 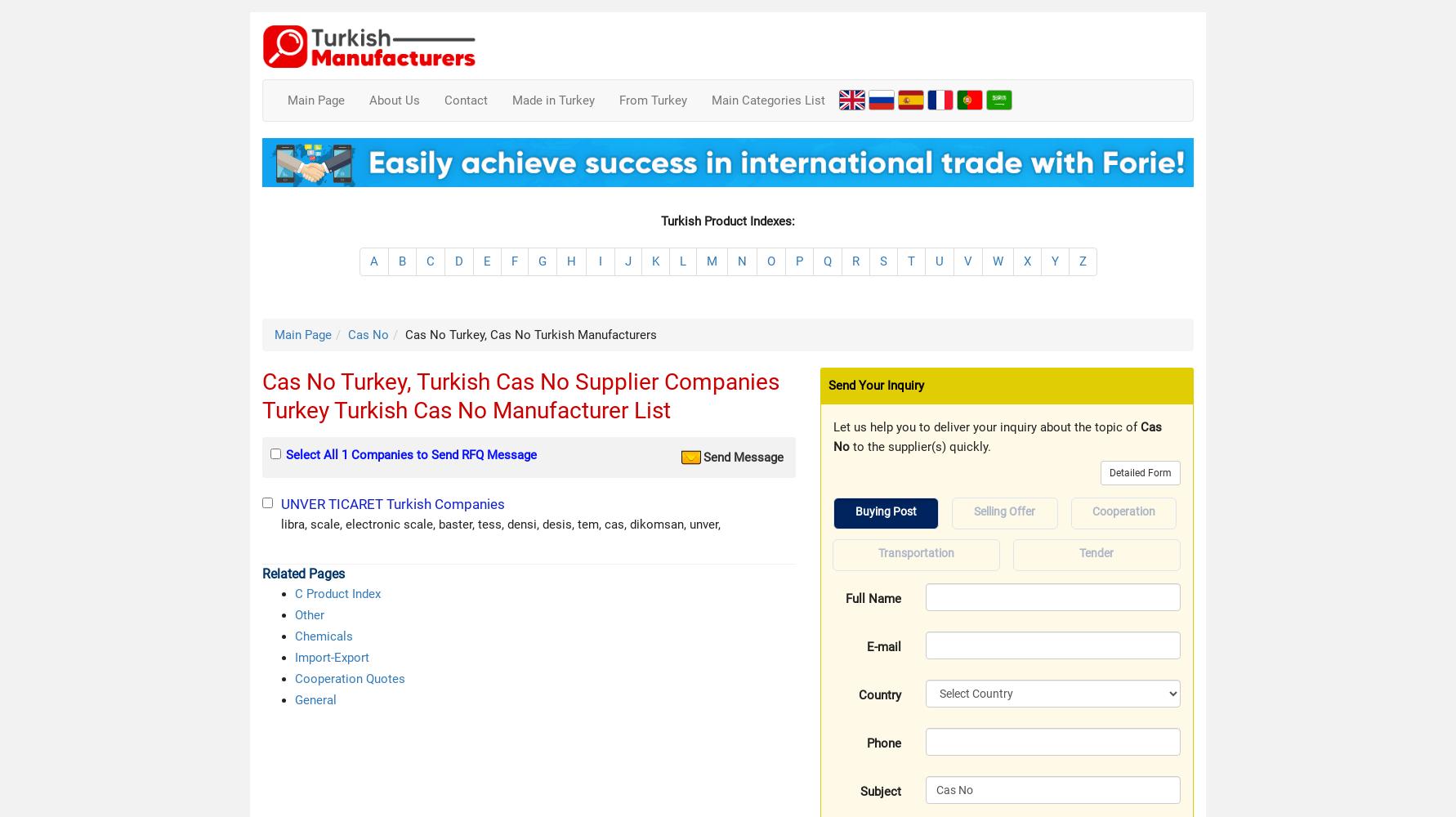 I want to click on 'Cas No Turkey, Turkish Cas No Supplier Companies Turkey Turkish Cas No Manufacturer List', so click(x=520, y=395).